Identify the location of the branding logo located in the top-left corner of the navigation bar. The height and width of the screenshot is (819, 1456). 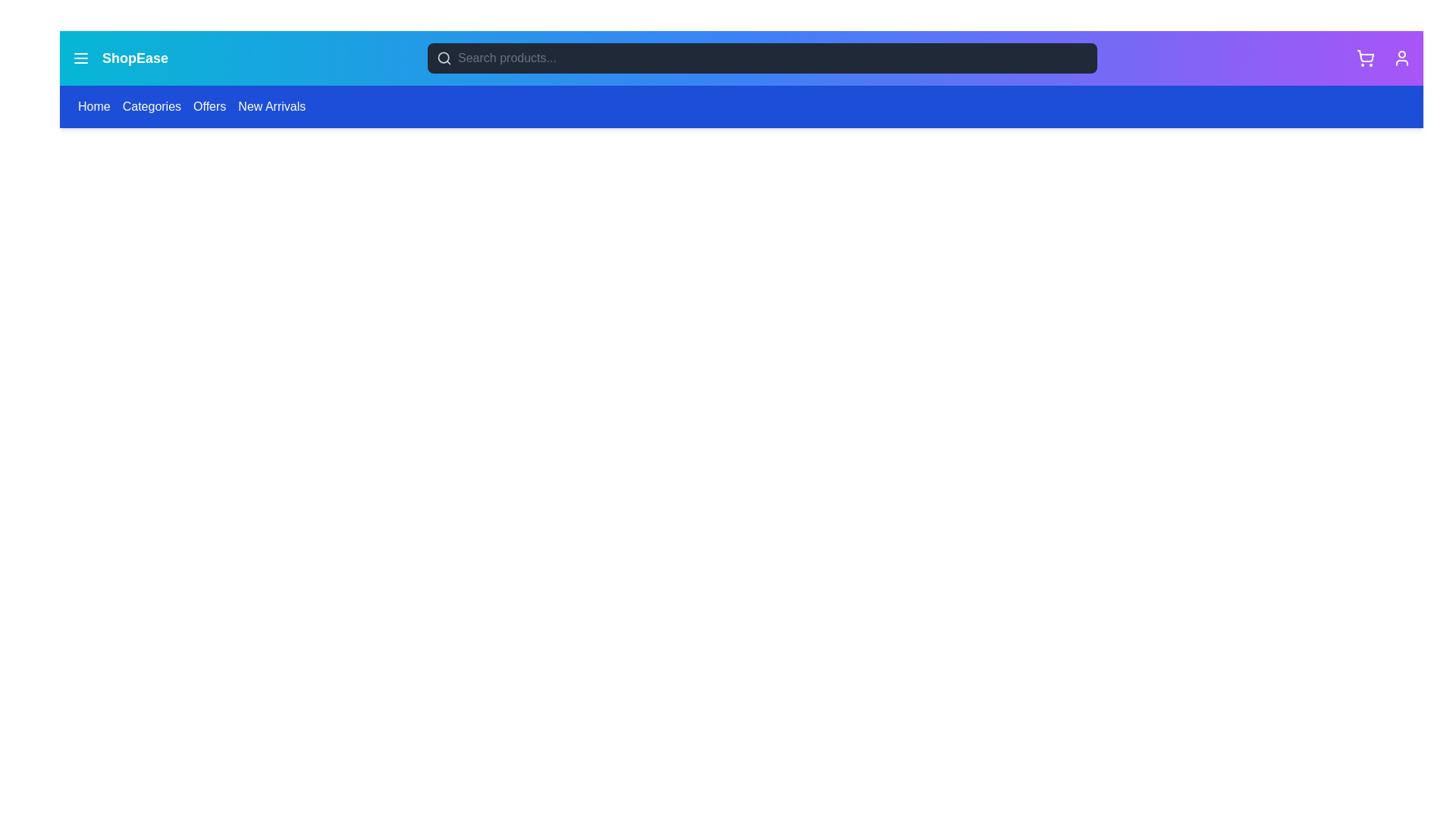
(119, 58).